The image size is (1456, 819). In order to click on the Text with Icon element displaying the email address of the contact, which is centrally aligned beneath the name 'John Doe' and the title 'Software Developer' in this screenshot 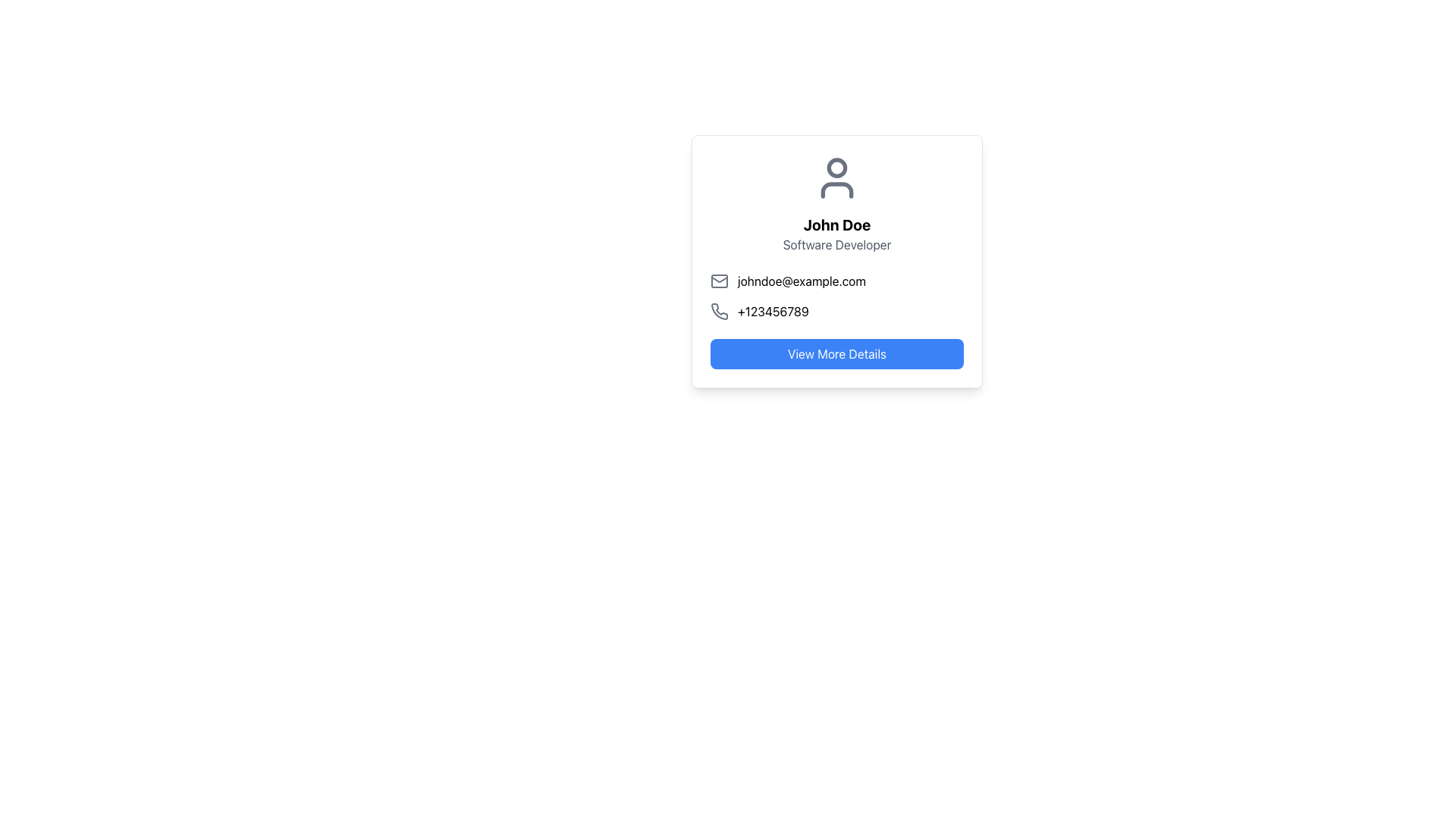, I will do `click(836, 281)`.